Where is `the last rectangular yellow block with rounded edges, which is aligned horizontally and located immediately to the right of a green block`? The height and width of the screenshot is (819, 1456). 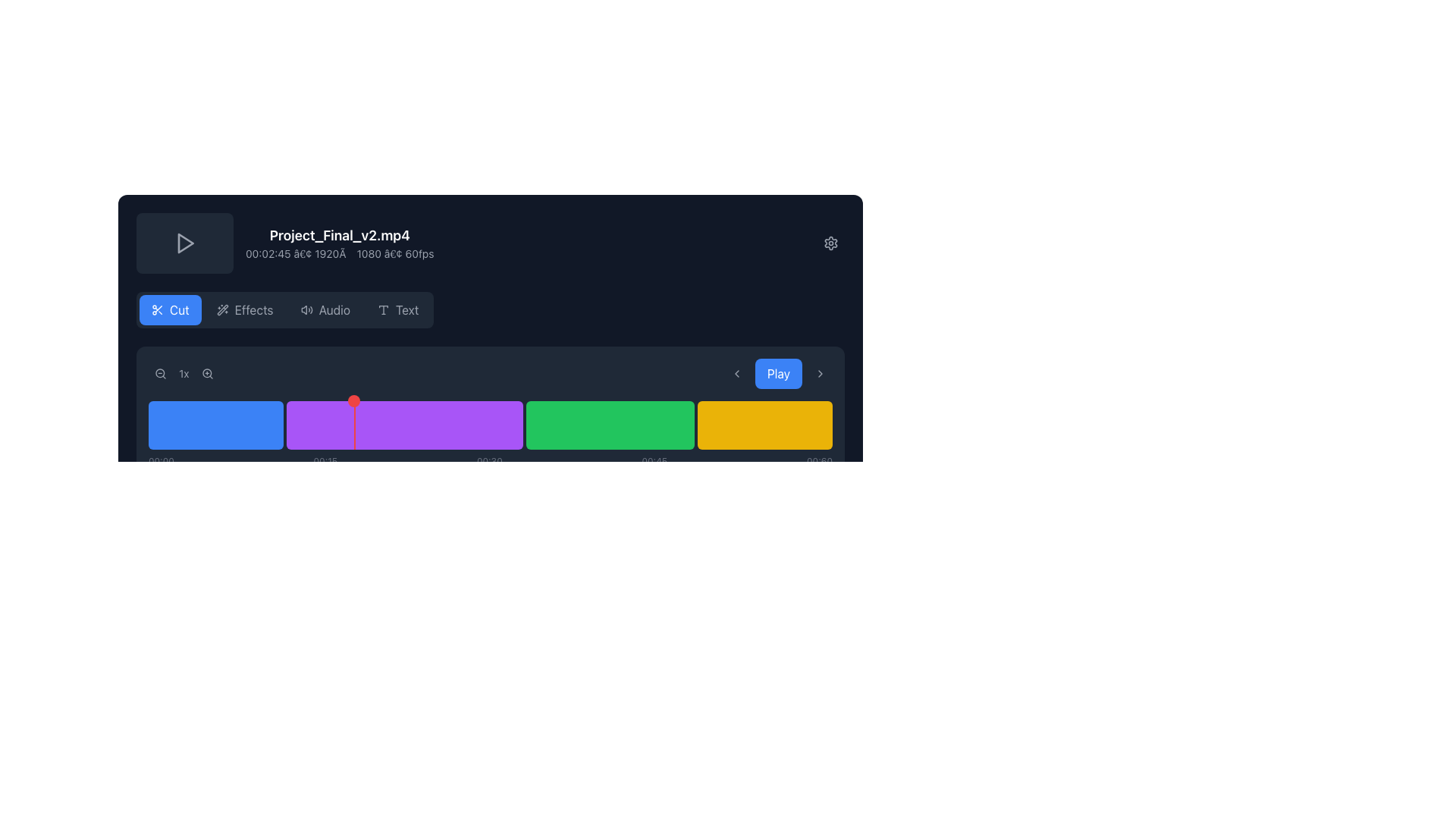
the last rectangular yellow block with rounded edges, which is aligned horizontally and located immediately to the right of a green block is located at coordinates (764, 425).